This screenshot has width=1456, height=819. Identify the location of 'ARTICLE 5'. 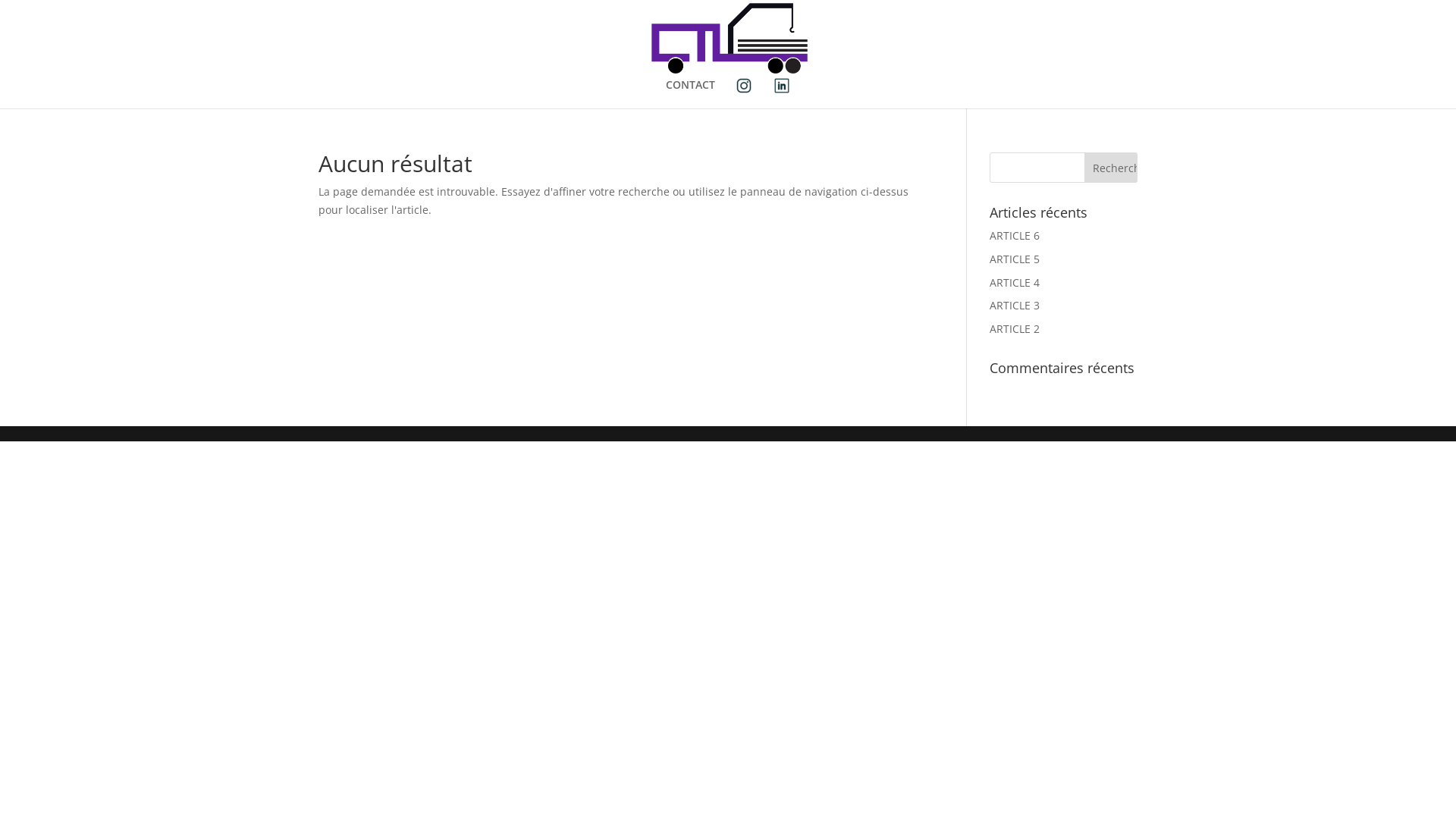
(1015, 258).